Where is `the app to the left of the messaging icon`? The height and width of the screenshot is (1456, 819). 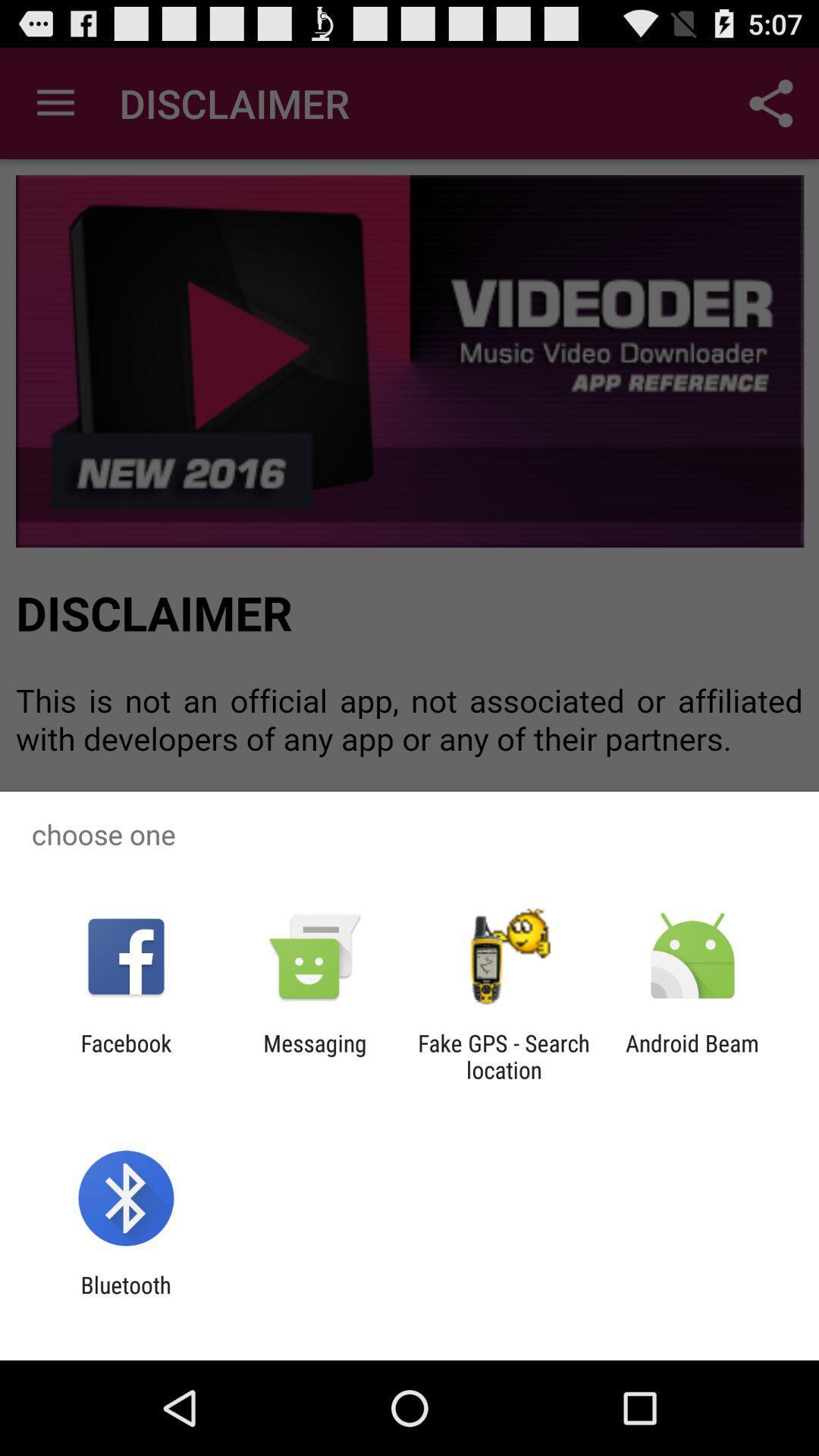 the app to the left of the messaging icon is located at coordinates (125, 1056).